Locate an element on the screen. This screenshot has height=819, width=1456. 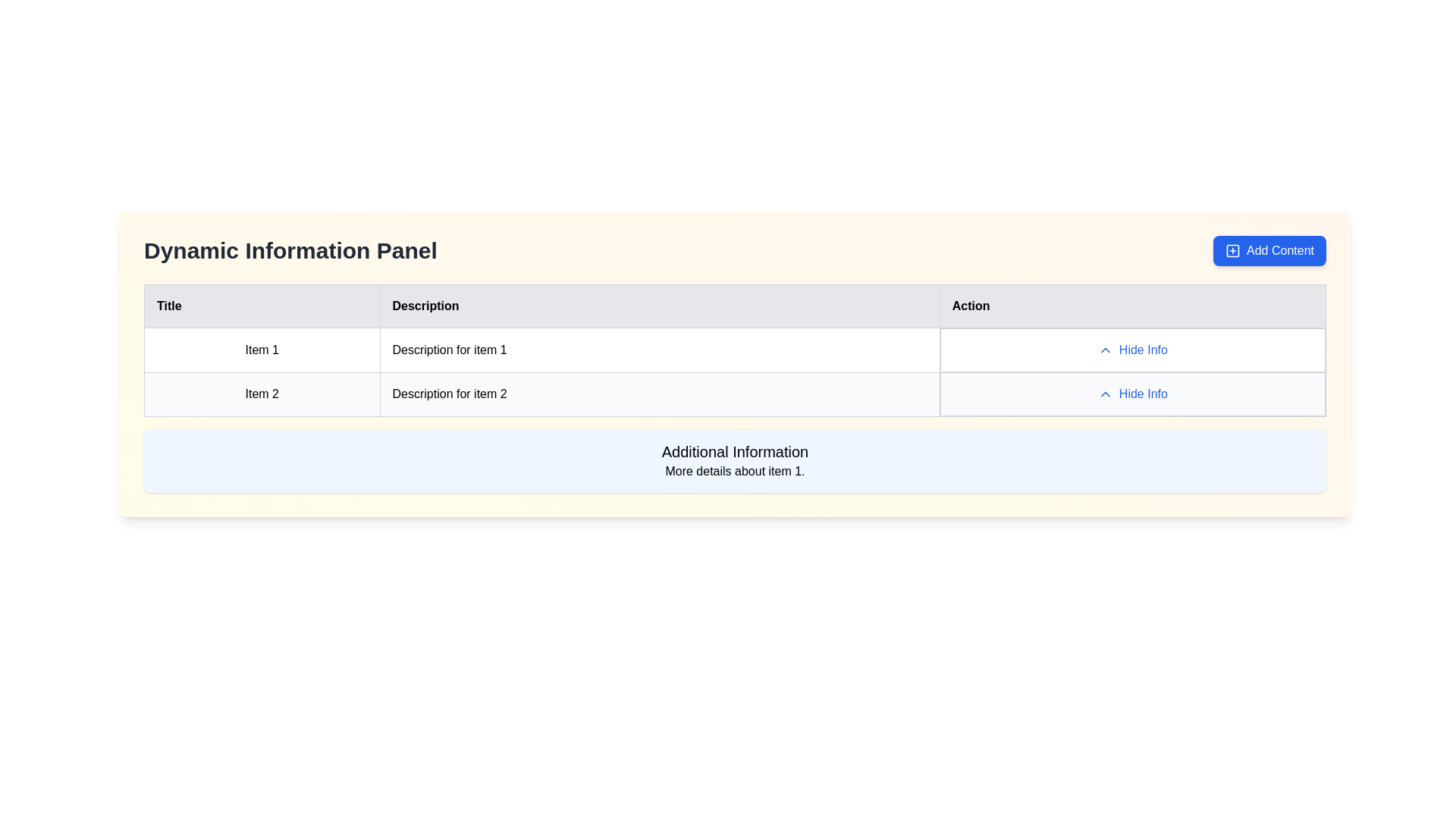
the upward-pointing chevron icon button with a thin blue outline located to the left of the text 'Hide Info' in the first row of the Action column in the table is located at coordinates (1105, 350).